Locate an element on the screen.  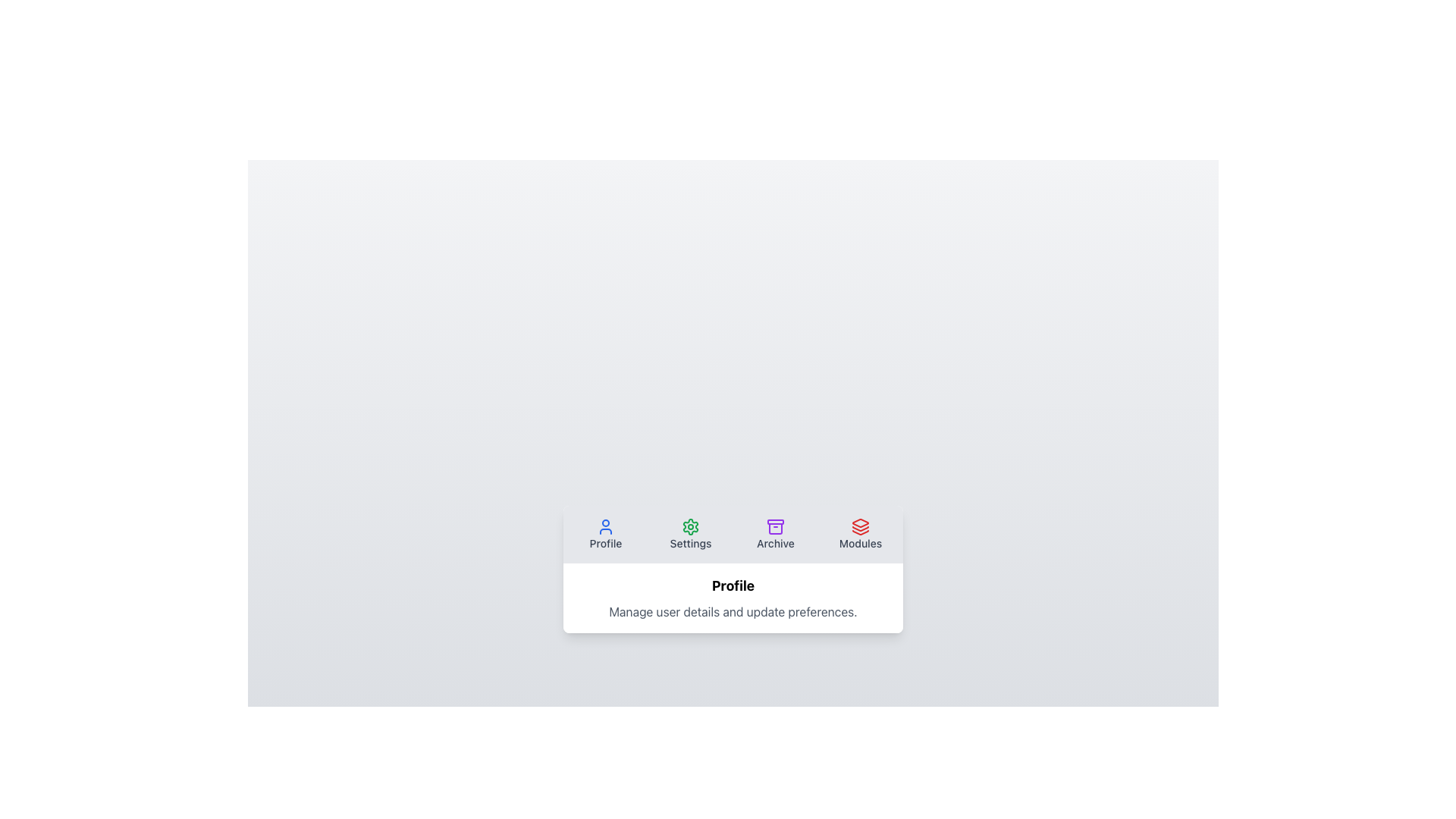
the gear icon in the navigation bar is located at coordinates (690, 526).